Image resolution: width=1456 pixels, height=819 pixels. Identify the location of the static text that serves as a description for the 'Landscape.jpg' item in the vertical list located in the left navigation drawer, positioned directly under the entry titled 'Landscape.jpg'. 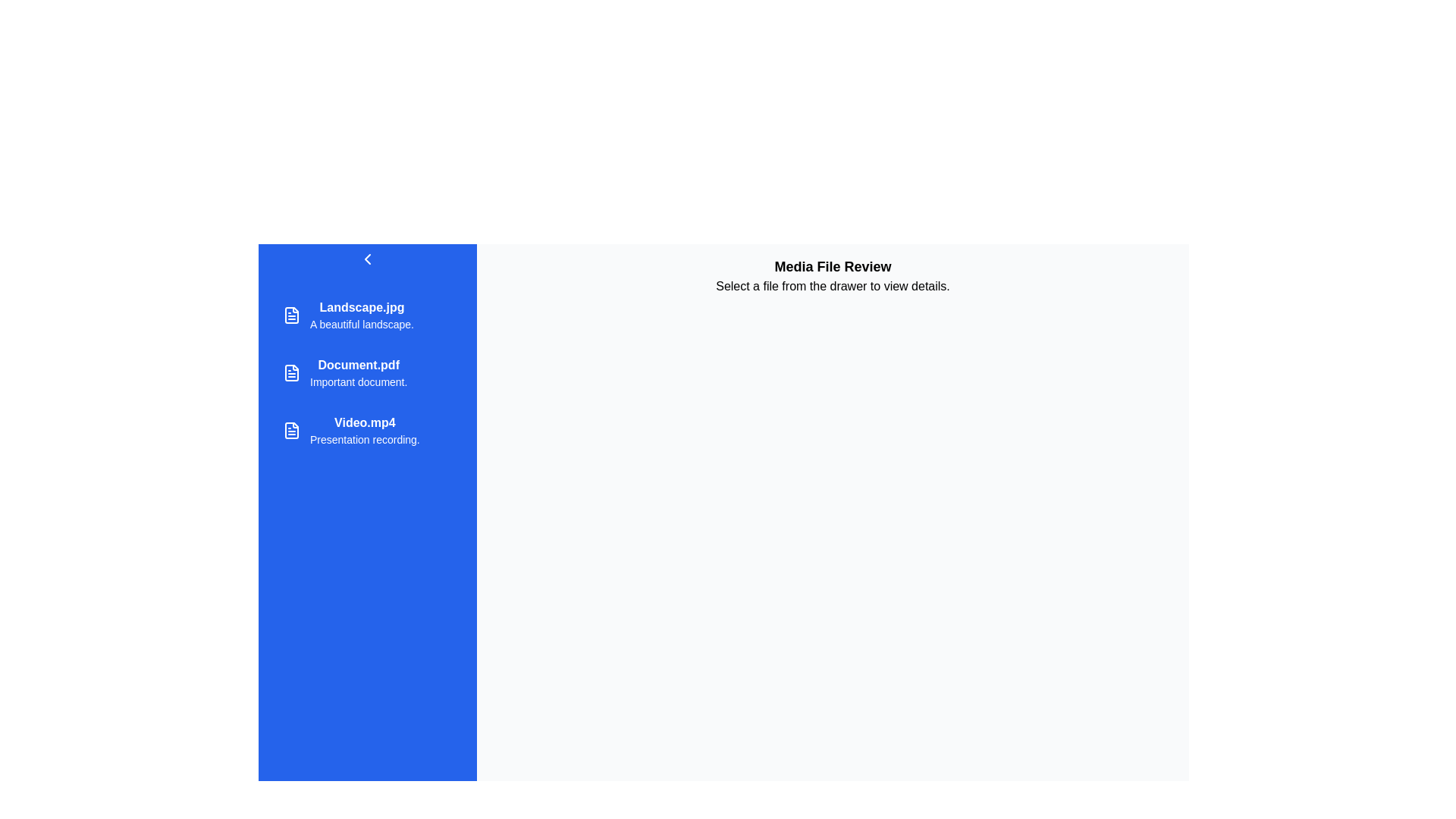
(361, 324).